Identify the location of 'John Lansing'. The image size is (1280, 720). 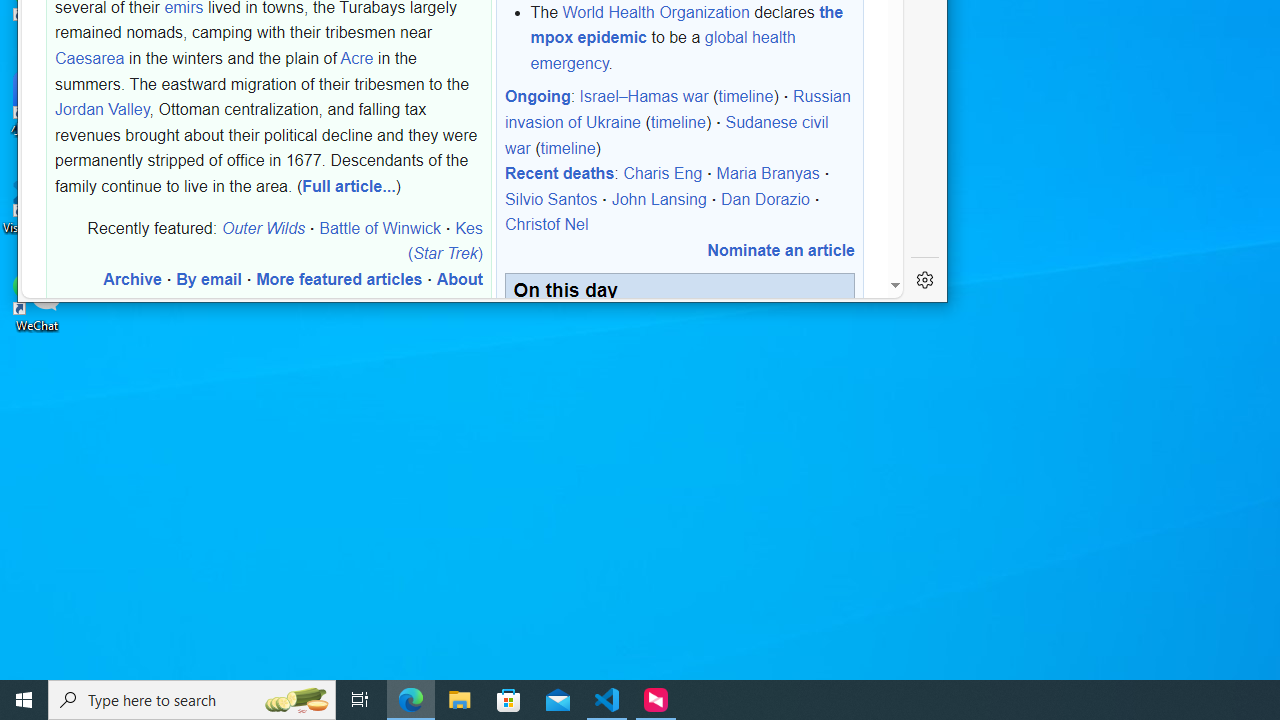
(658, 199).